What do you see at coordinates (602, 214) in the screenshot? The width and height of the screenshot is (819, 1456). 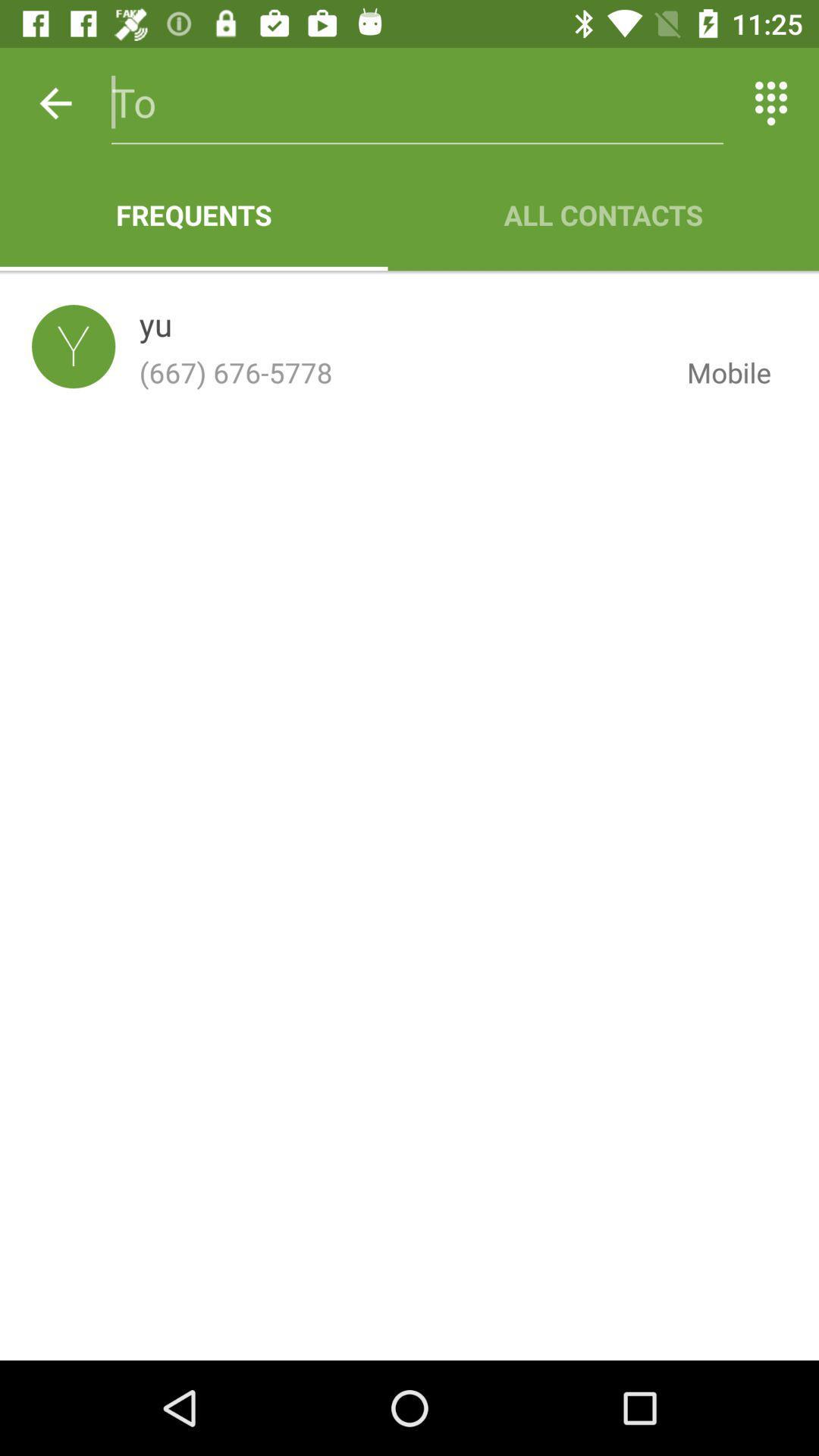 I see `the all contacts item` at bounding box center [602, 214].